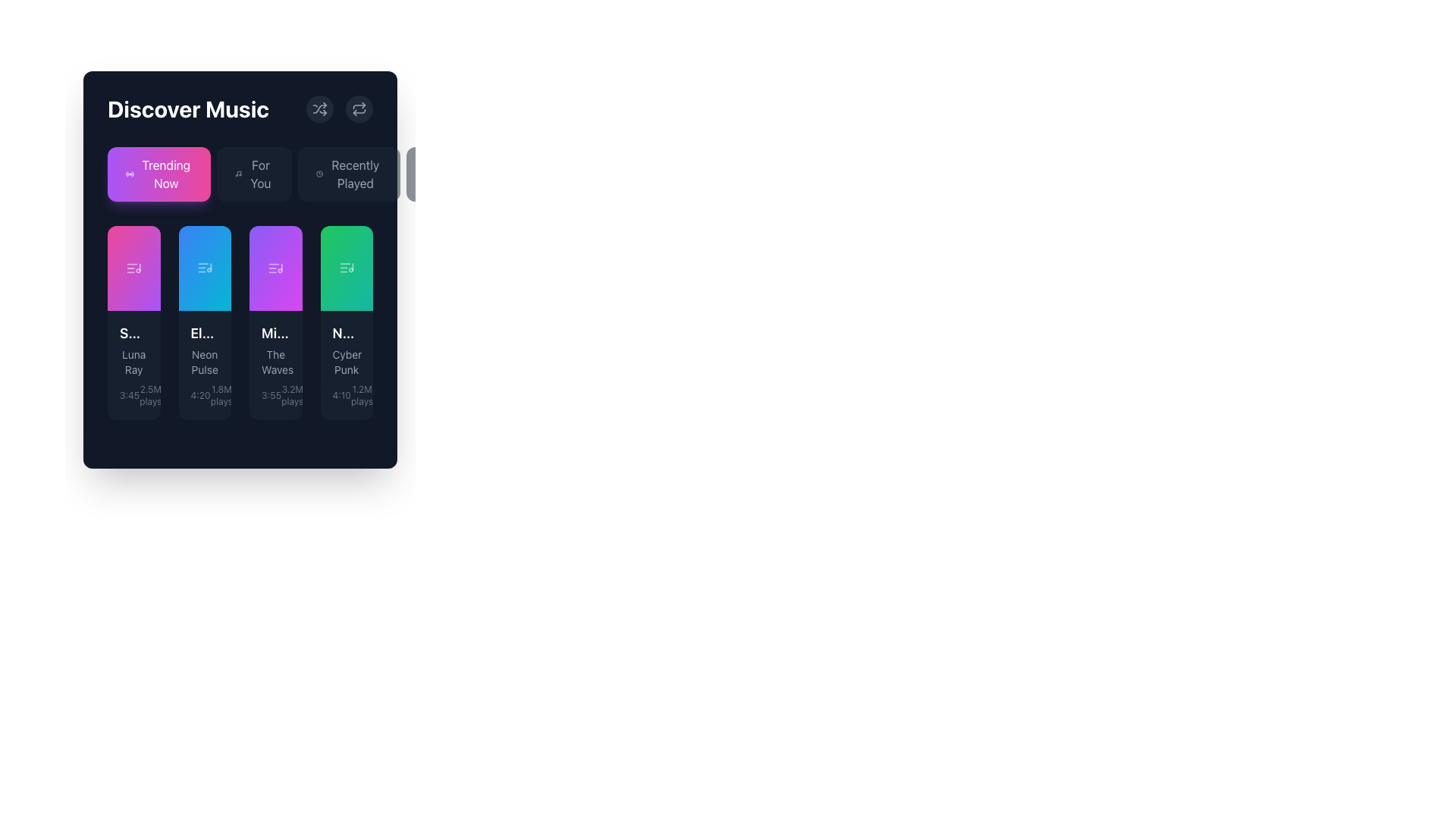 This screenshot has width=1456, height=819. I want to click on the play icon, which is a triangular shape with a minimalistic outline design, located centrally within the green card labeled 'Cyber Punk', so click(347, 268).